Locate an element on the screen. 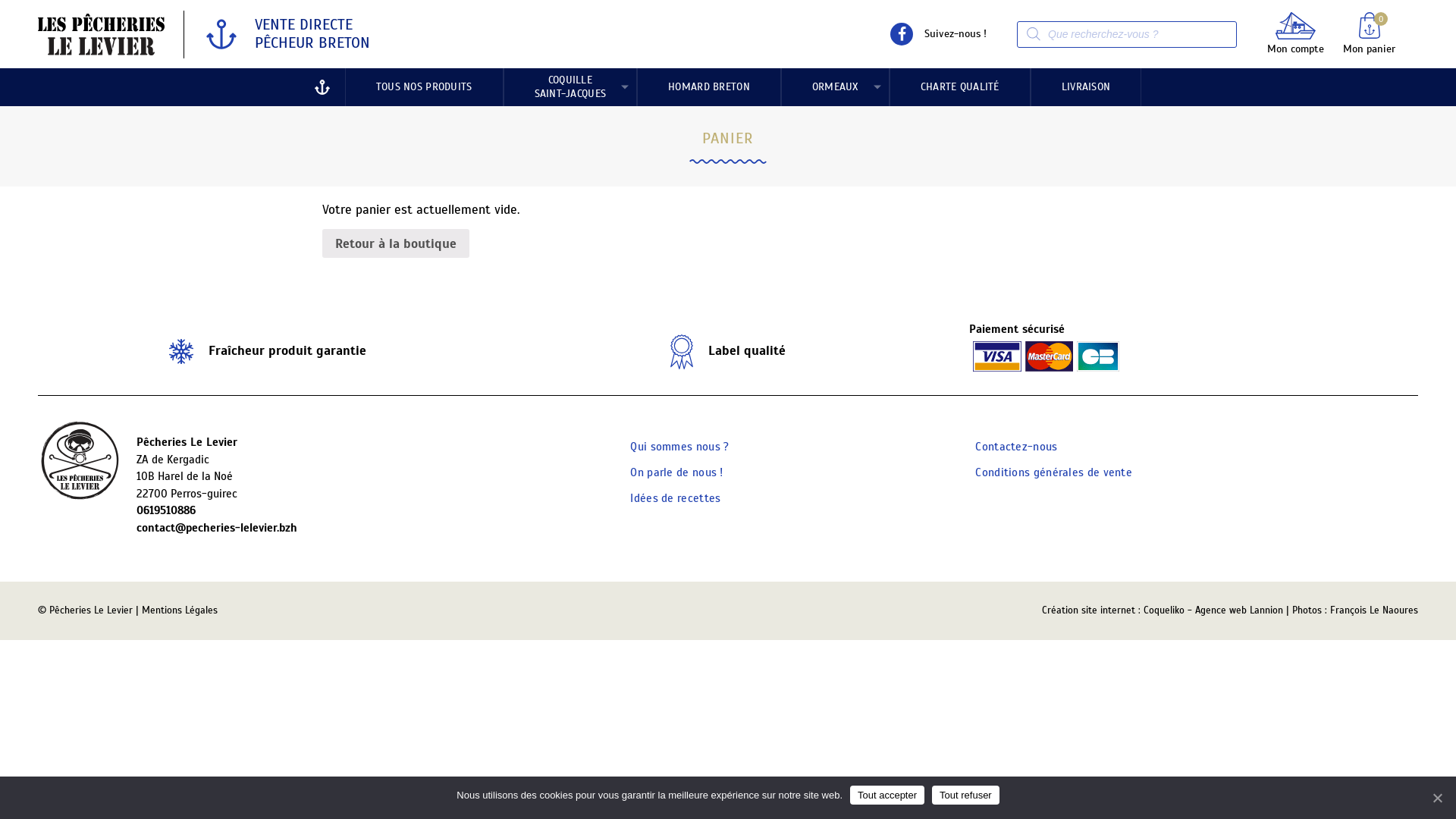  'Mon compte' is located at coordinates (1294, 33).